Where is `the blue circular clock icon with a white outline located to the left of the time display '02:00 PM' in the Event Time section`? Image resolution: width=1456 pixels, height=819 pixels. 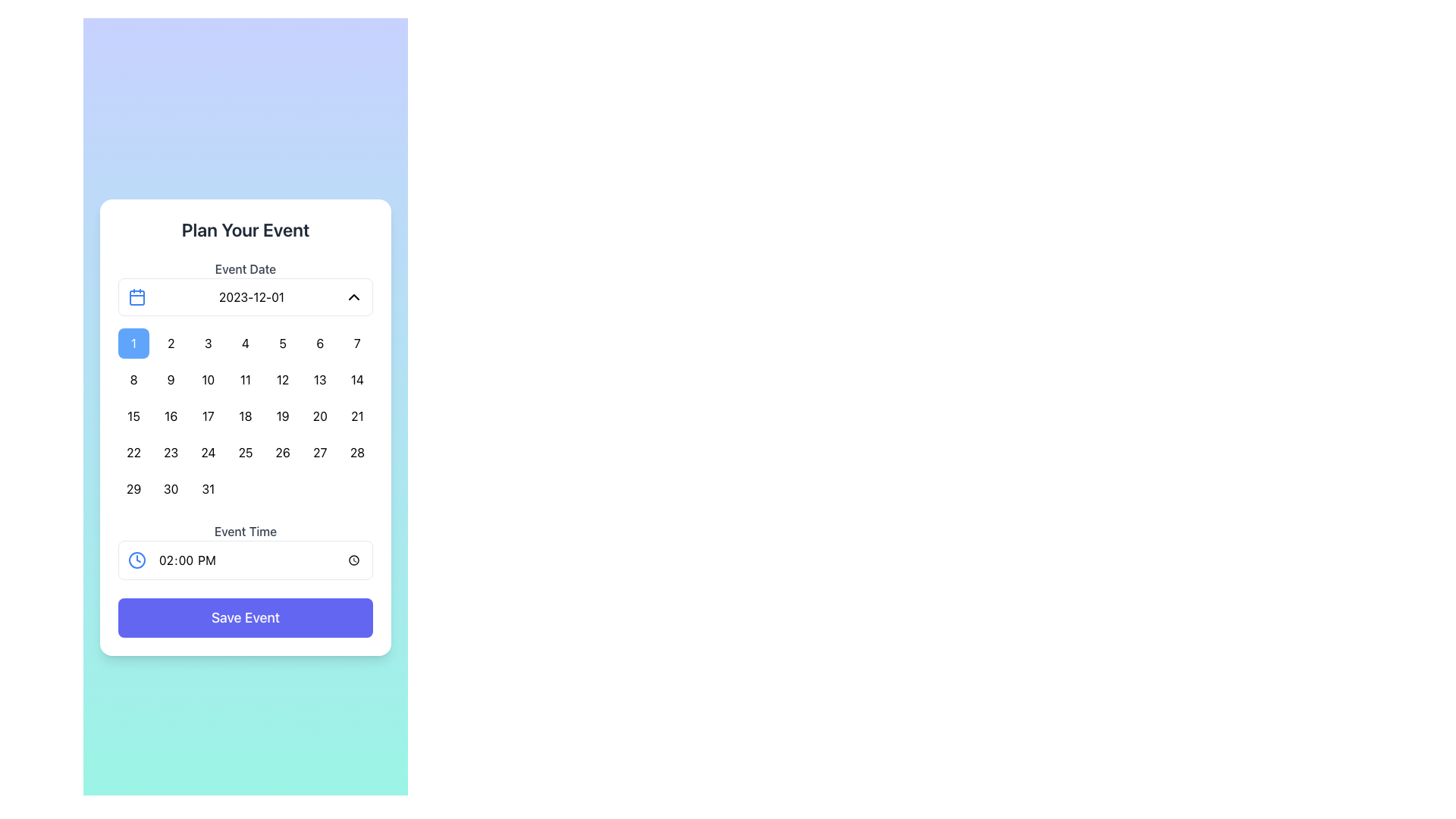
the blue circular clock icon with a white outline located to the left of the time display '02:00 PM' in the Event Time section is located at coordinates (137, 560).